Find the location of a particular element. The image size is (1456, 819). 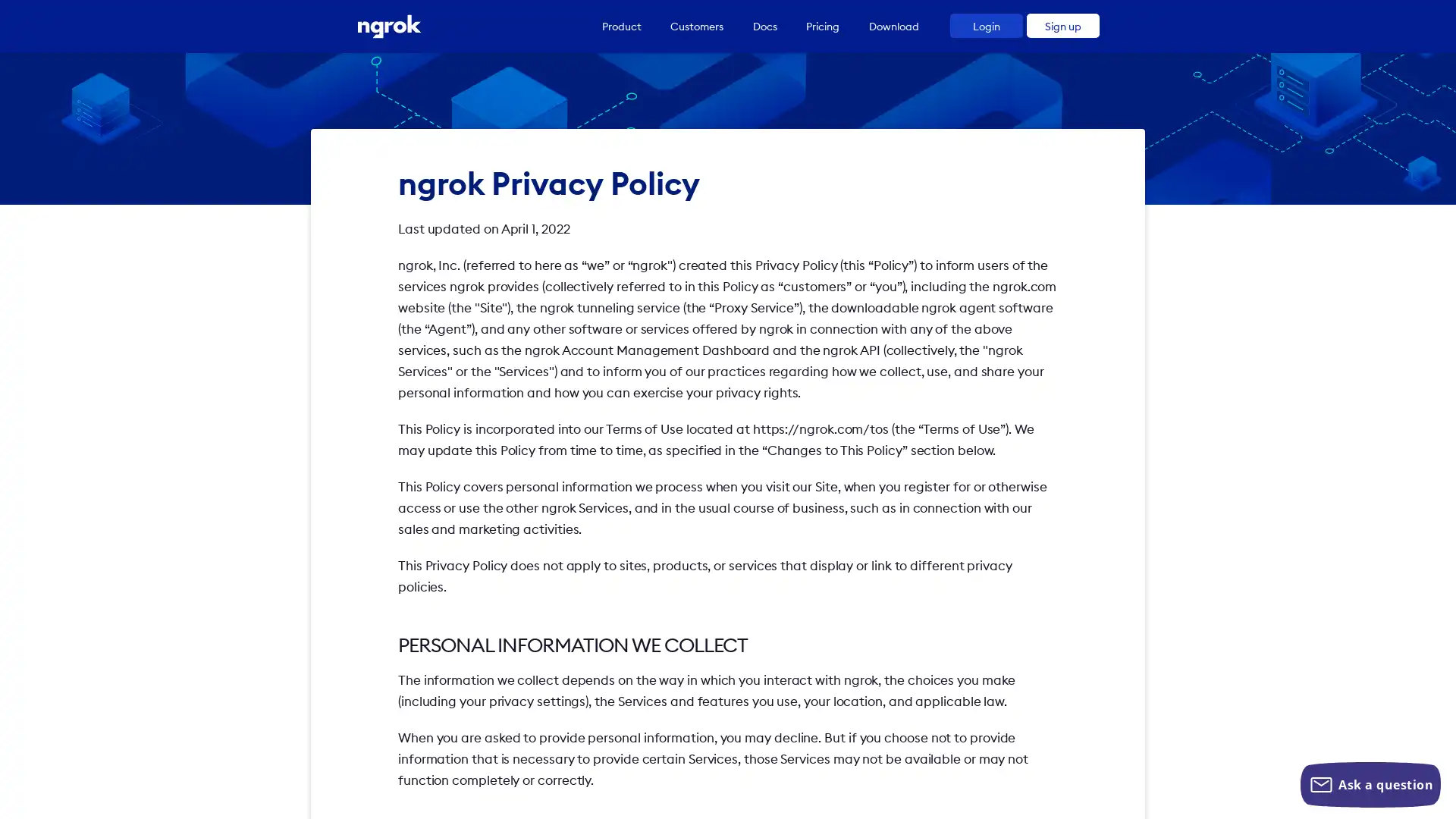

Ask a question is located at coordinates (1370, 784).